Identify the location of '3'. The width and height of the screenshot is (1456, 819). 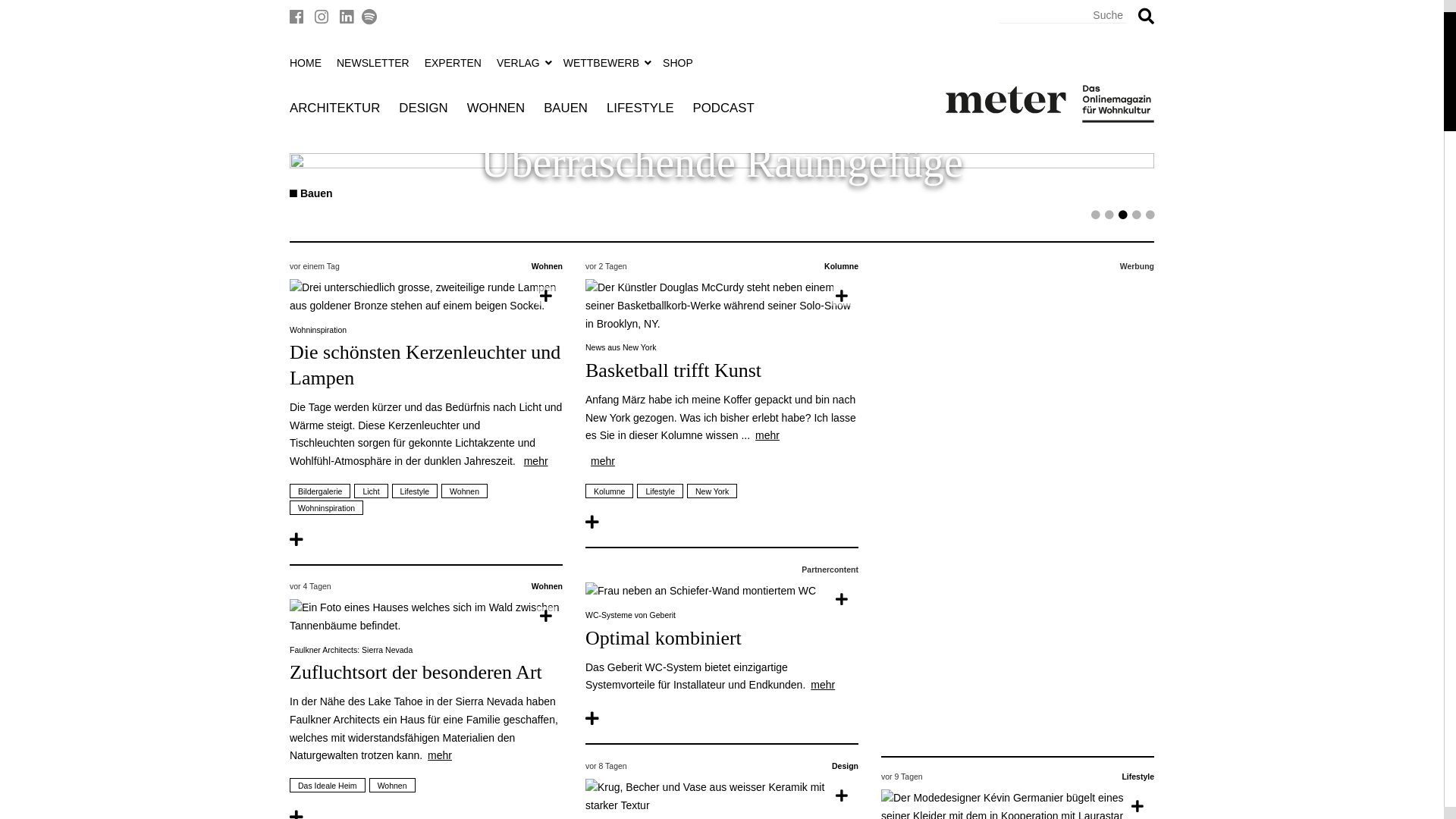
(1123, 218).